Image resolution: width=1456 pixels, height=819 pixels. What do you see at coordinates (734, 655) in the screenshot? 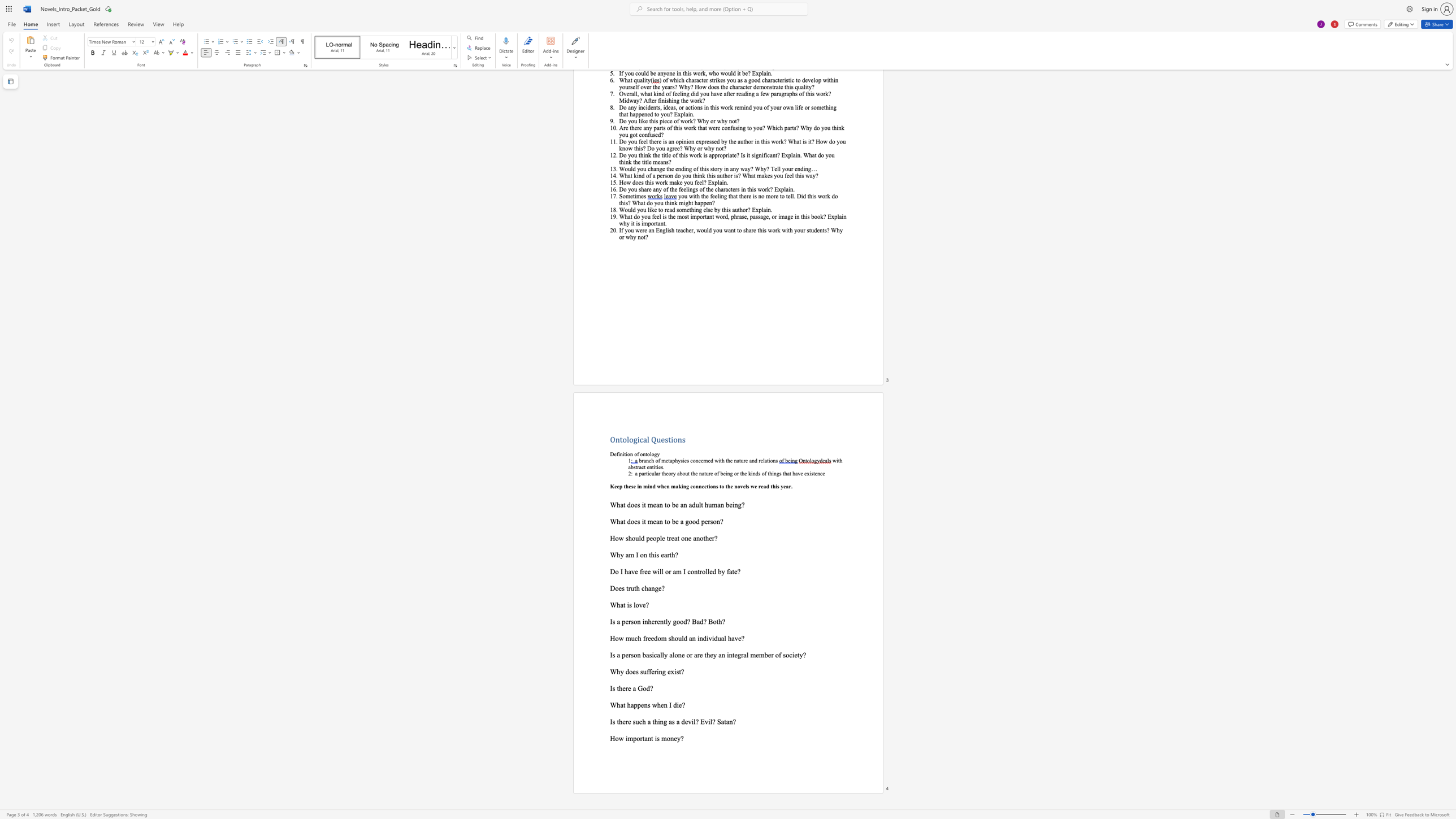
I see `the subset text "egral member of soci" within the text "or are they an integral member of society?"` at bounding box center [734, 655].